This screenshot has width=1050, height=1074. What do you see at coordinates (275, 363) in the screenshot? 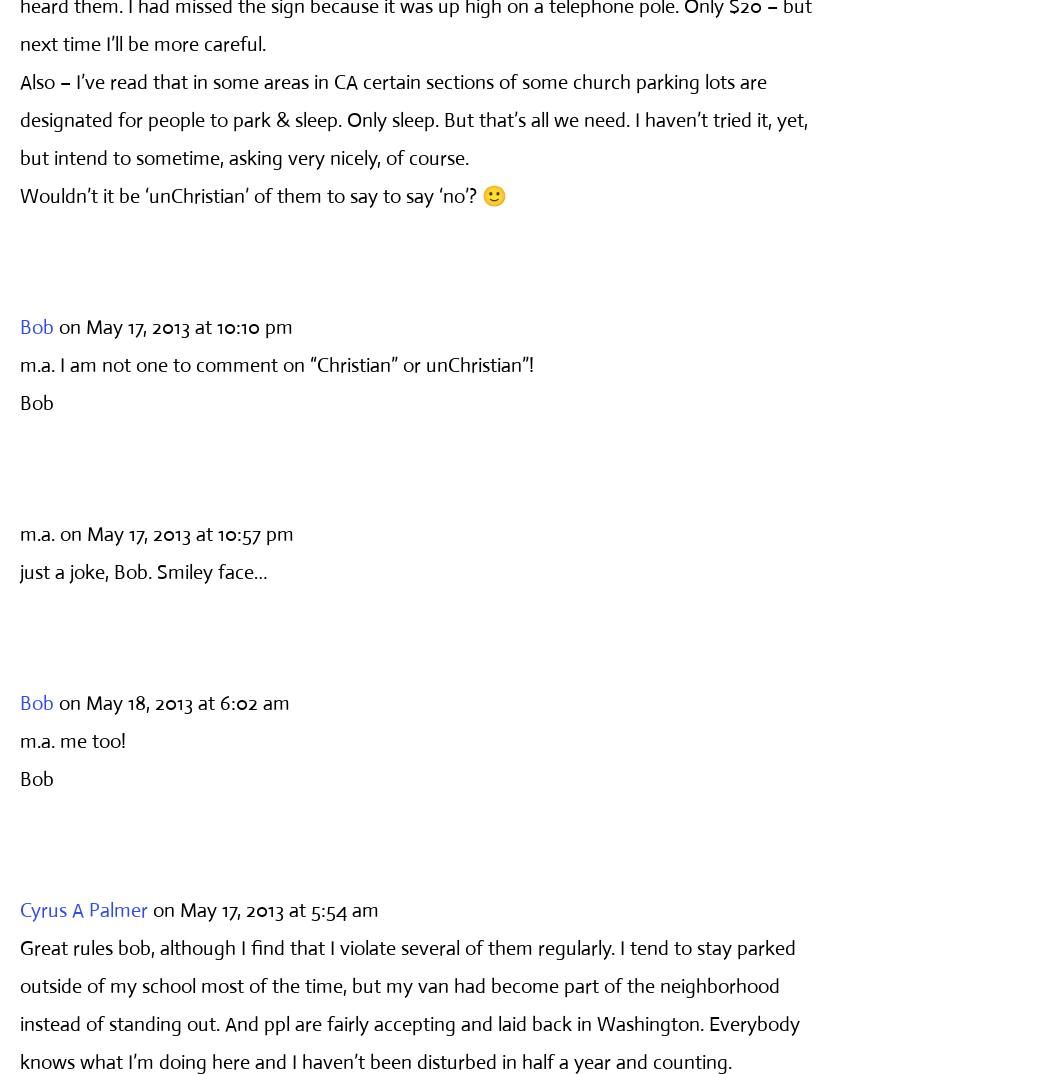
I see `'m.a. I am not one to comment on “Christian” or unChristian”!'` at bounding box center [275, 363].